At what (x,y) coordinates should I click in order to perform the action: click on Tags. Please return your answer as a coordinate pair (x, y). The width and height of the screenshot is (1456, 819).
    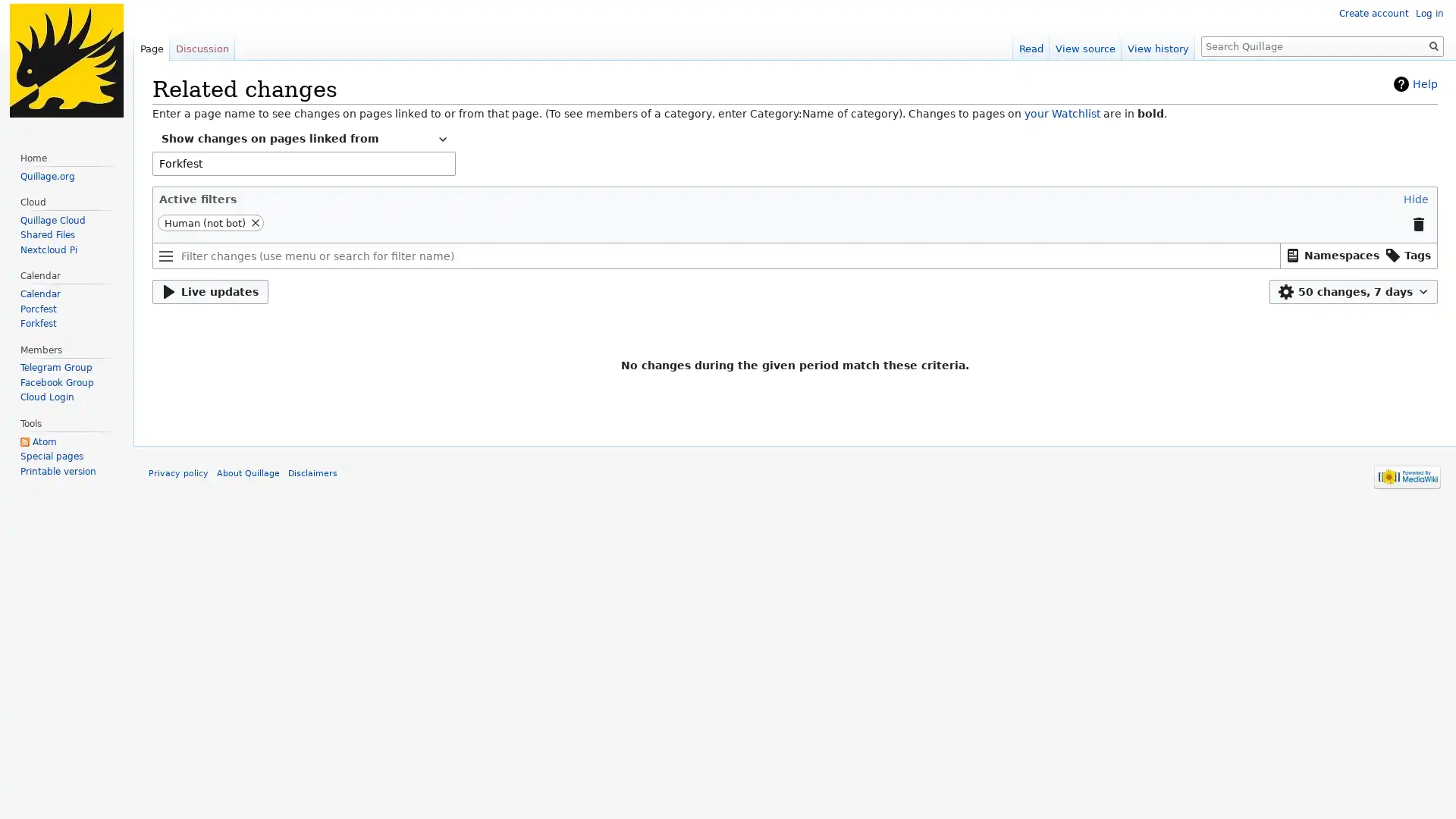
    Looking at the image, I should click on (1406, 254).